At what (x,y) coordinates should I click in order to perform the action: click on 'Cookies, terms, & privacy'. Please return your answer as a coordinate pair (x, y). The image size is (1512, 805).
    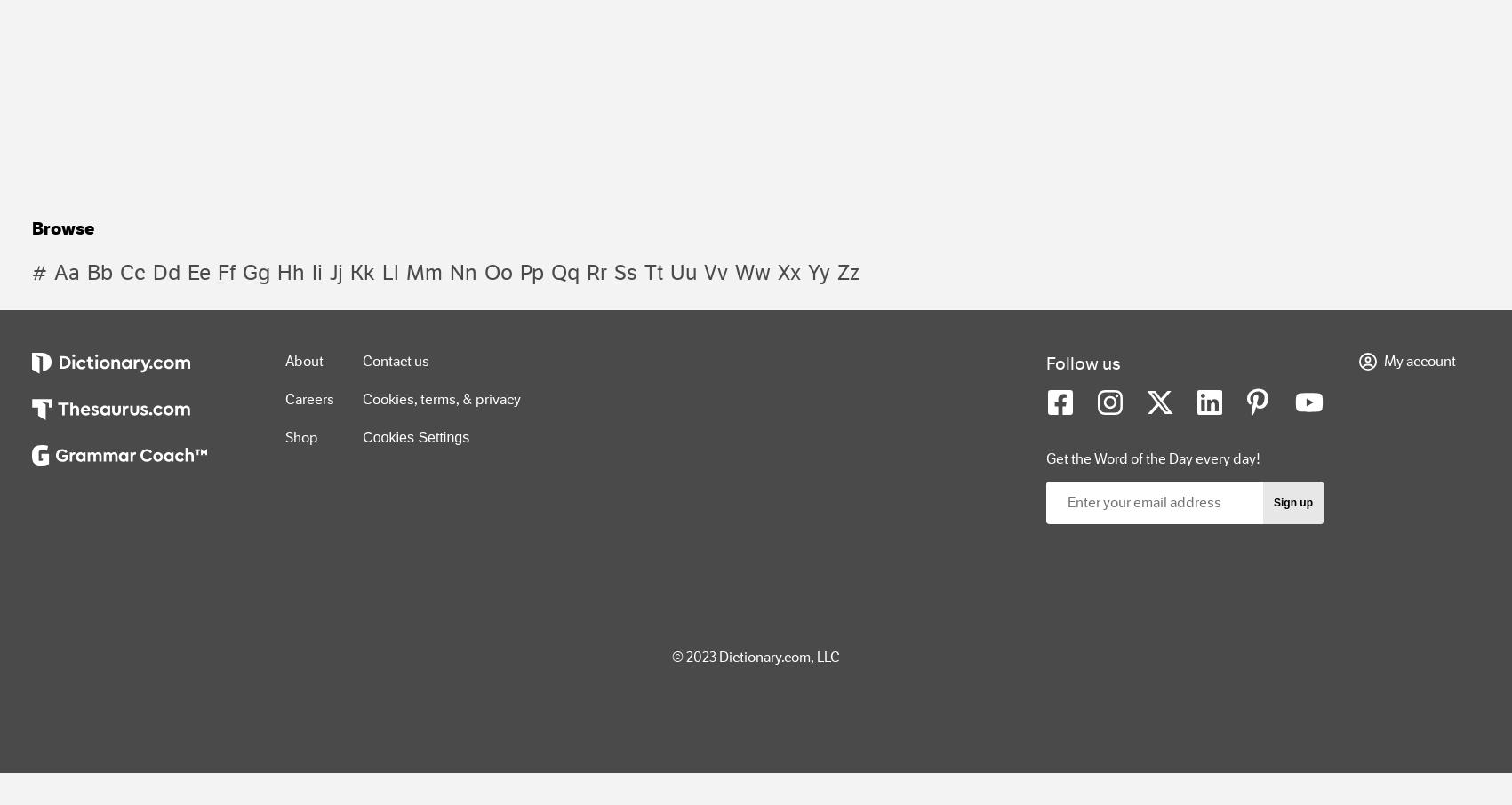
    Looking at the image, I should click on (442, 398).